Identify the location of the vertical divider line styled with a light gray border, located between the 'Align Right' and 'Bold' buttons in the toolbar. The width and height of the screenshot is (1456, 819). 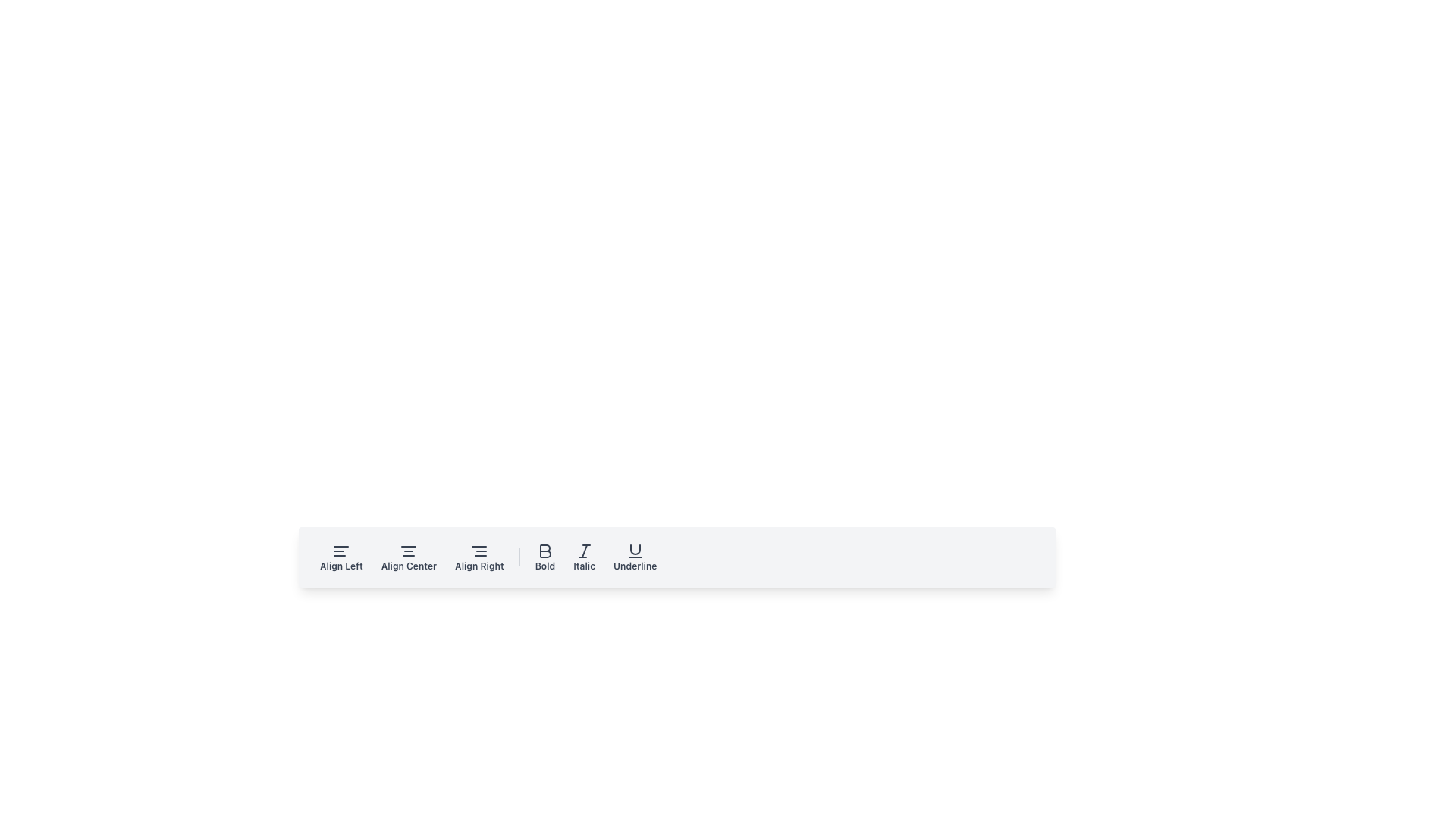
(519, 557).